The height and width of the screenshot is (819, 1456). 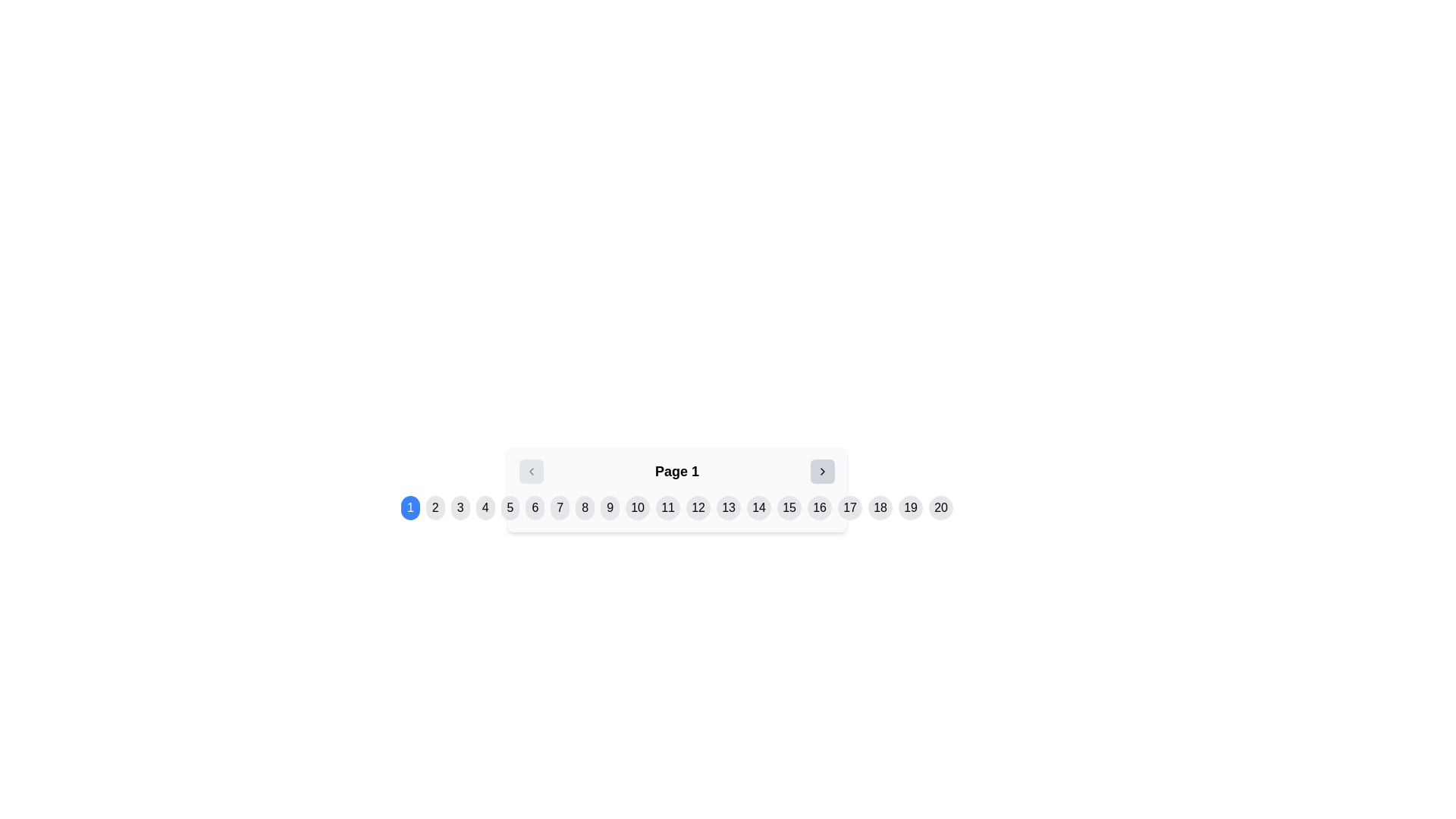 What do you see at coordinates (698, 508) in the screenshot?
I see `the circular button labeled '12' to observe the hover effect` at bounding box center [698, 508].